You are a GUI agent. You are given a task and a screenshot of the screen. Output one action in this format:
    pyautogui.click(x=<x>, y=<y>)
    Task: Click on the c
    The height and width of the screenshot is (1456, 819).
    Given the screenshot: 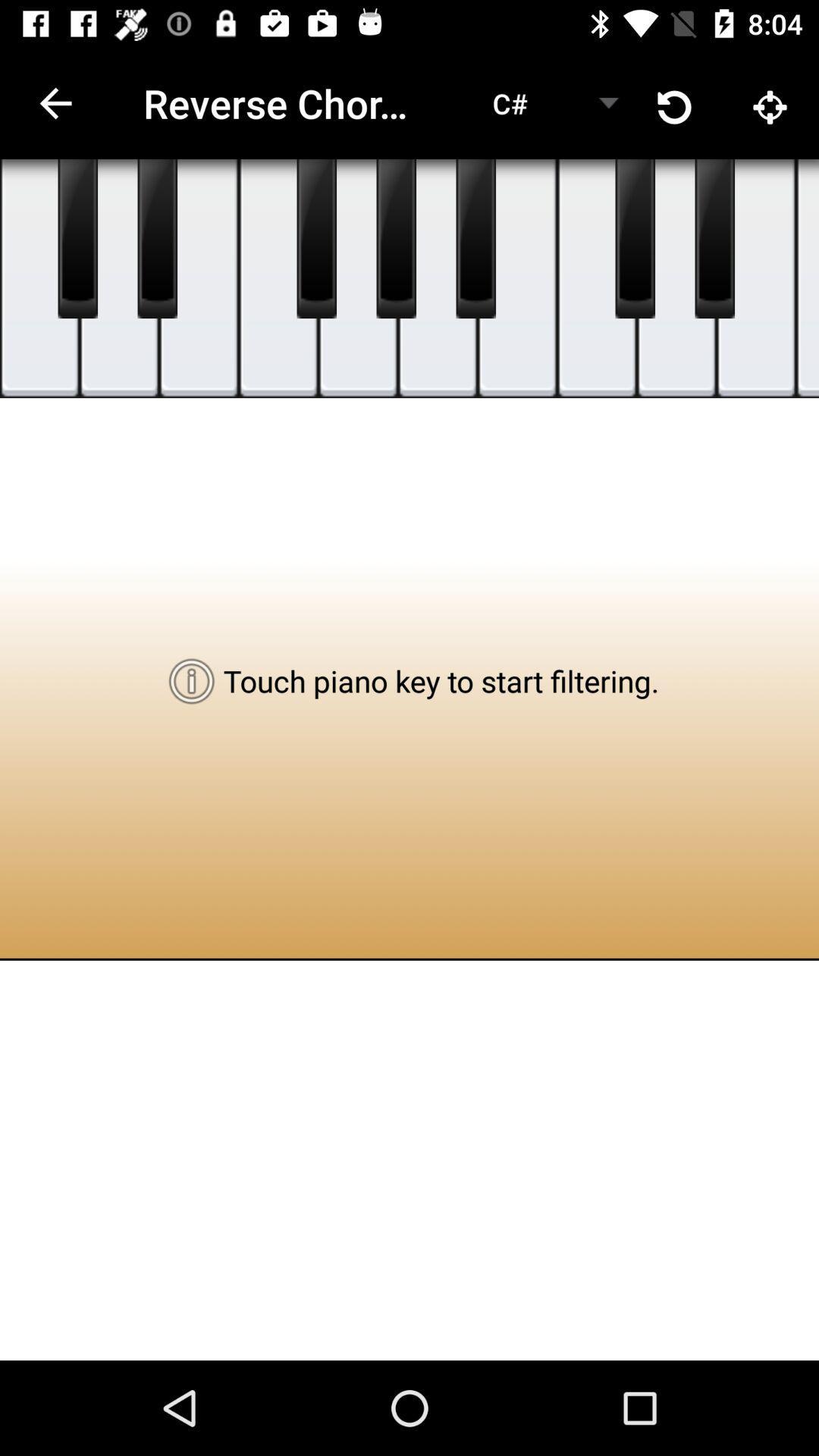 What is the action you would take?
    pyautogui.click(x=516, y=278)
    